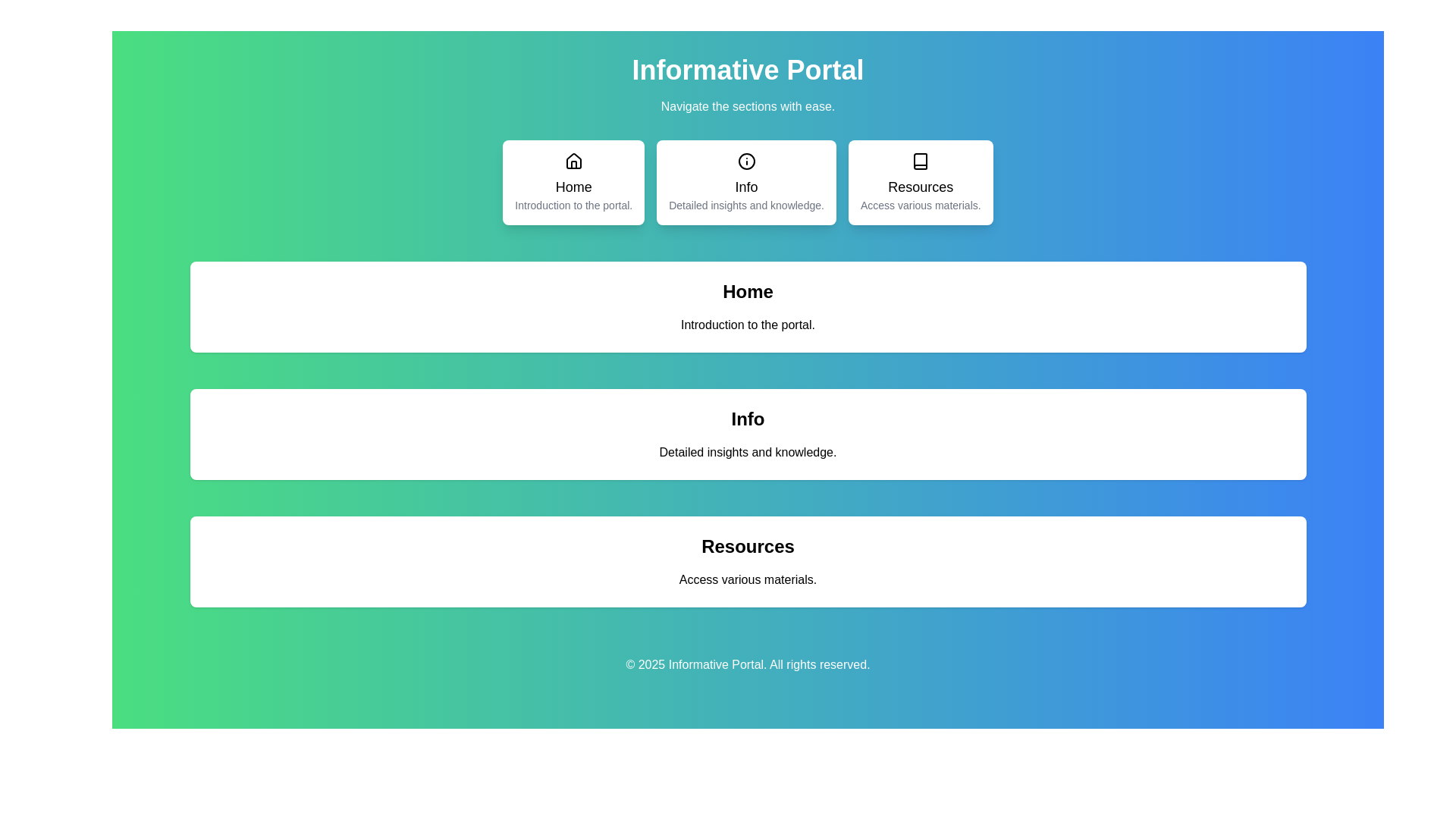 This screenshot has height=819, width=1456. Describe the element at coordinates (746, 161) in the screenshot. I see `the outermost circle of the 'Info' icon located in the central horizontal menu of the interface by clicking on it` at that location.